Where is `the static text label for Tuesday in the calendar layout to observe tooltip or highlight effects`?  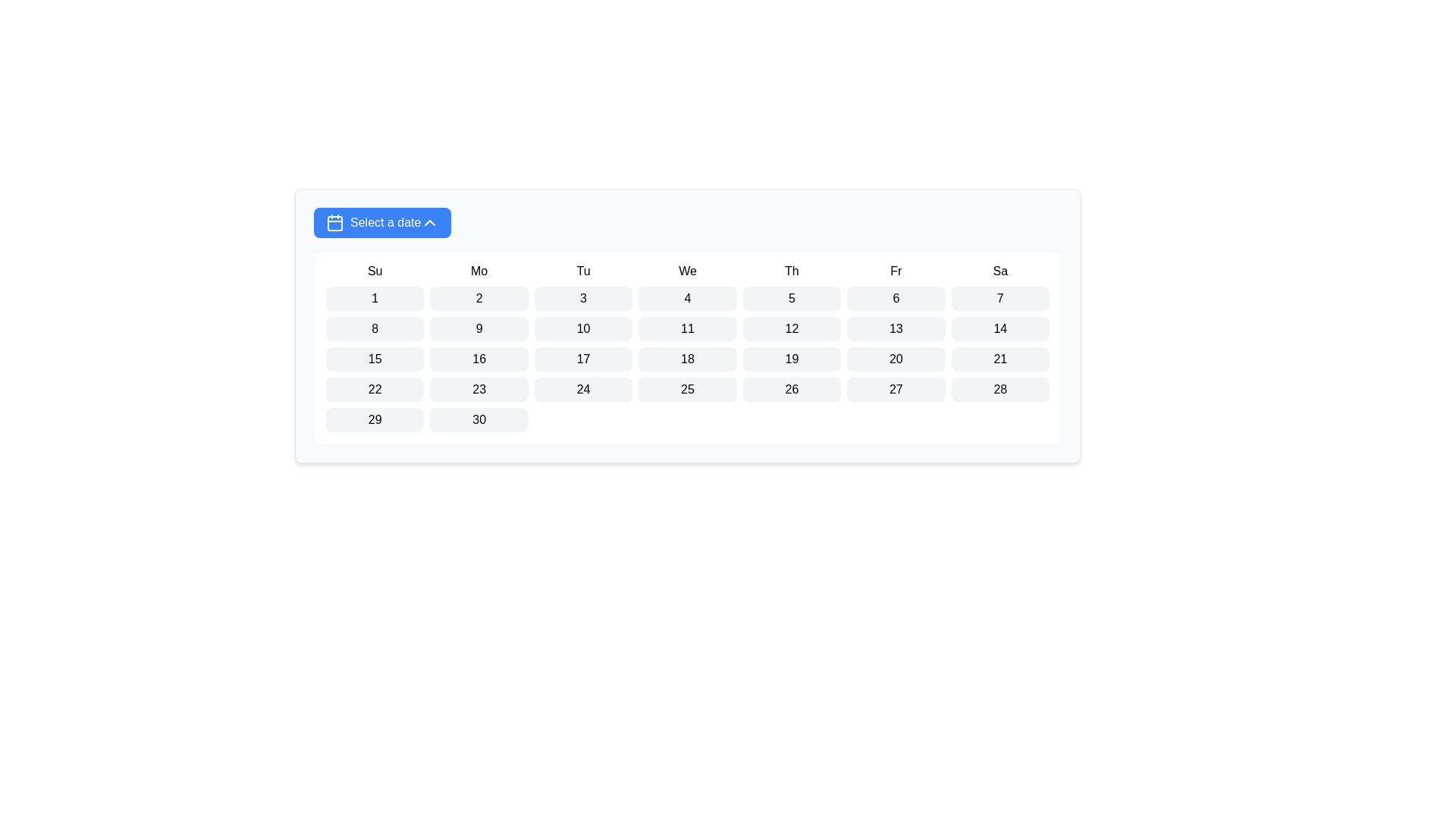
the static text label for Tuesday in the calendar layout to observe tooltip or highlight effects is located at coordinates (582, 271).